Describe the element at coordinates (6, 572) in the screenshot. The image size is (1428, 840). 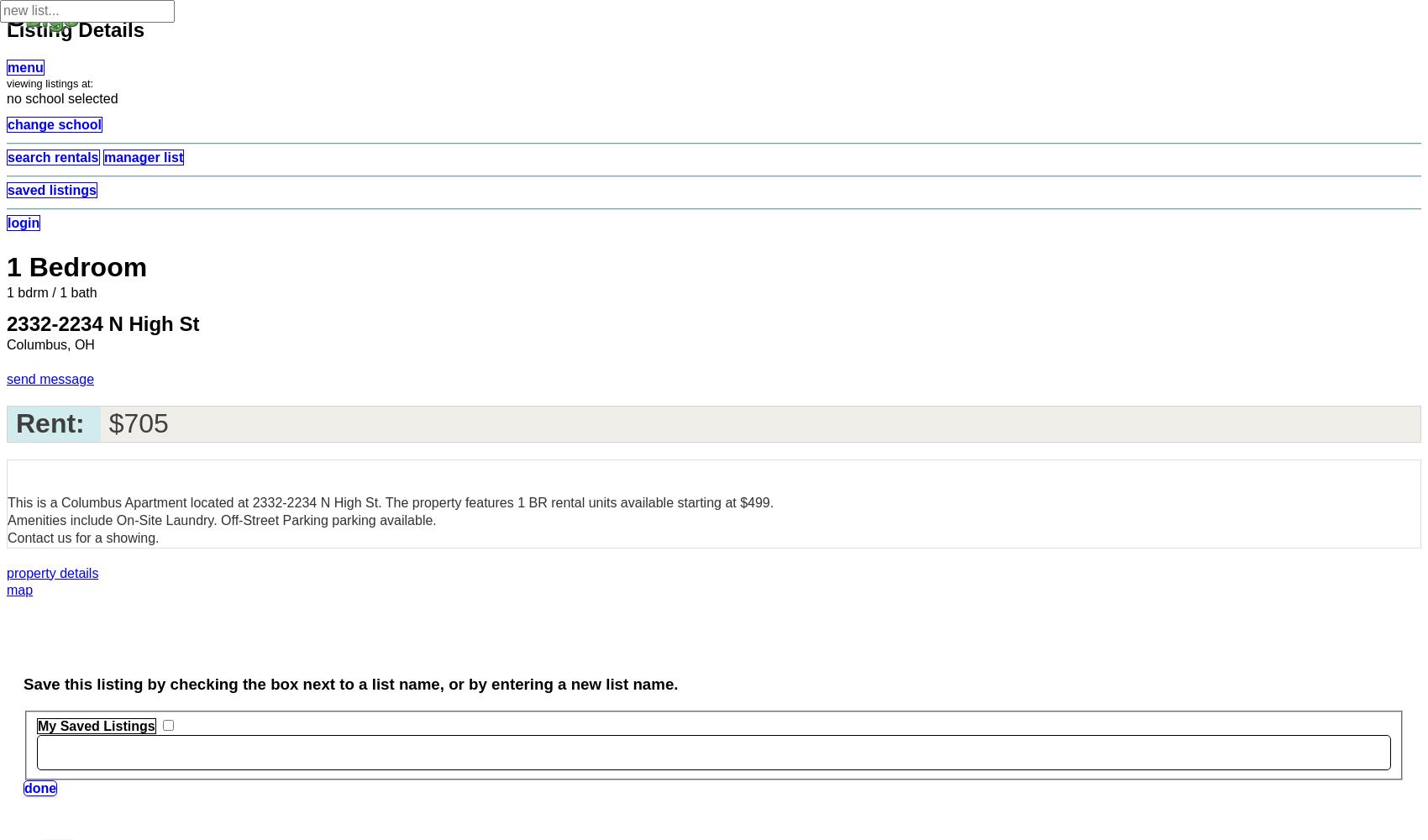
I see `'property details'` at that location.